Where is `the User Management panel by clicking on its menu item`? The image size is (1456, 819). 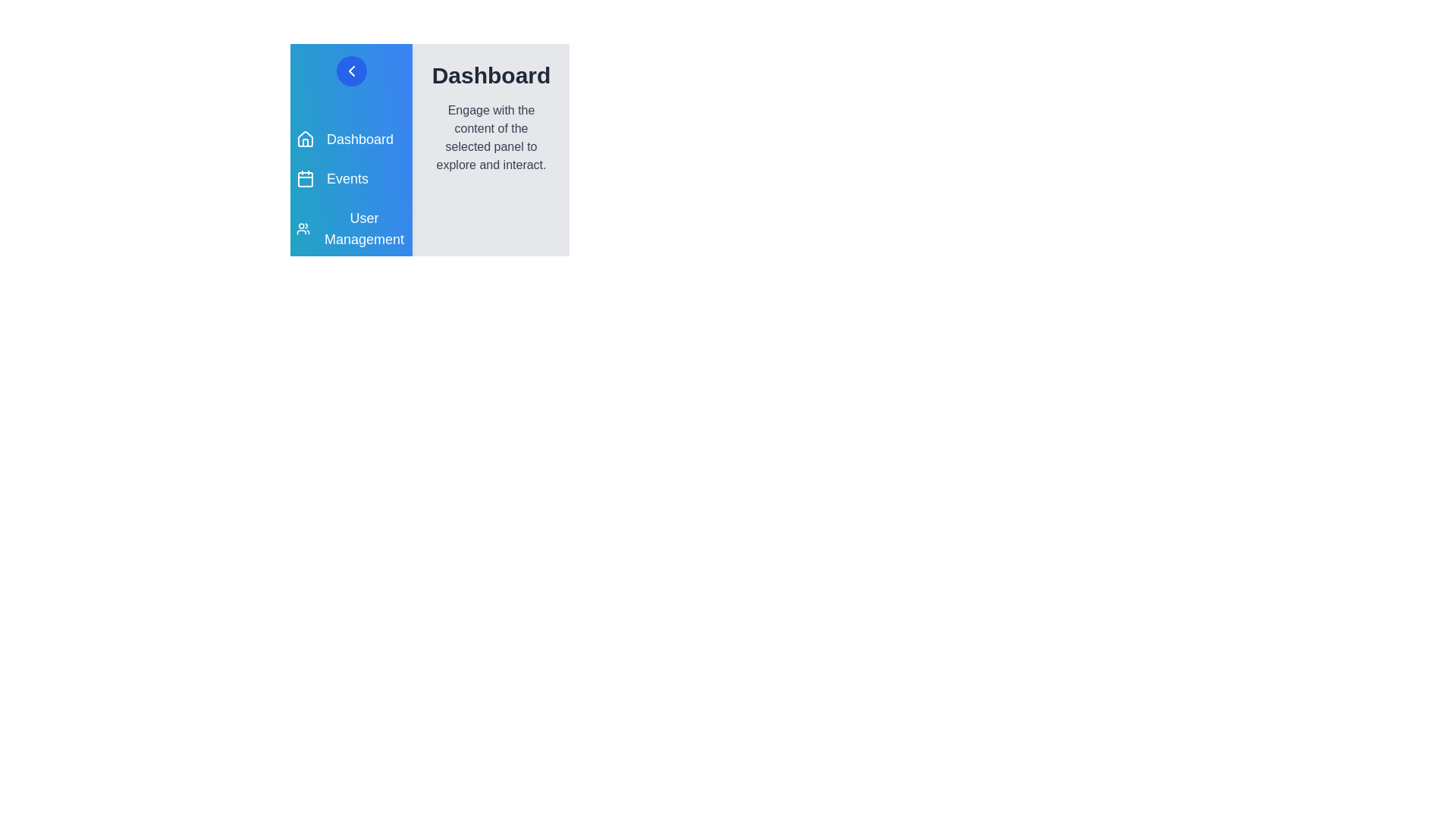 the User Management panel by clicking on its menu item is located at coordinates (350, 228).